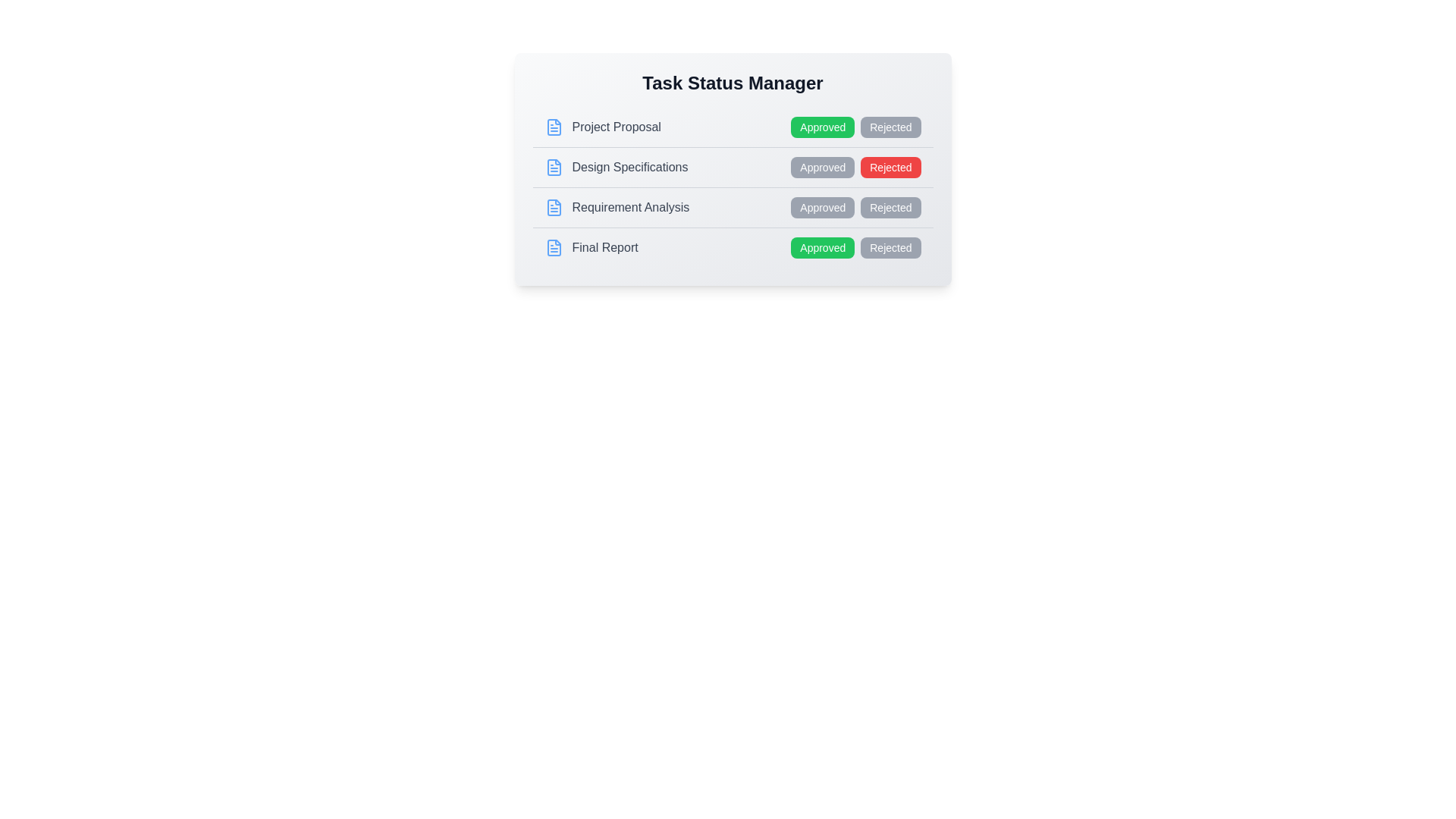  I want to click on the 'Approved' button for the item labeled 'Requirement Analysis', so click(821, 207).